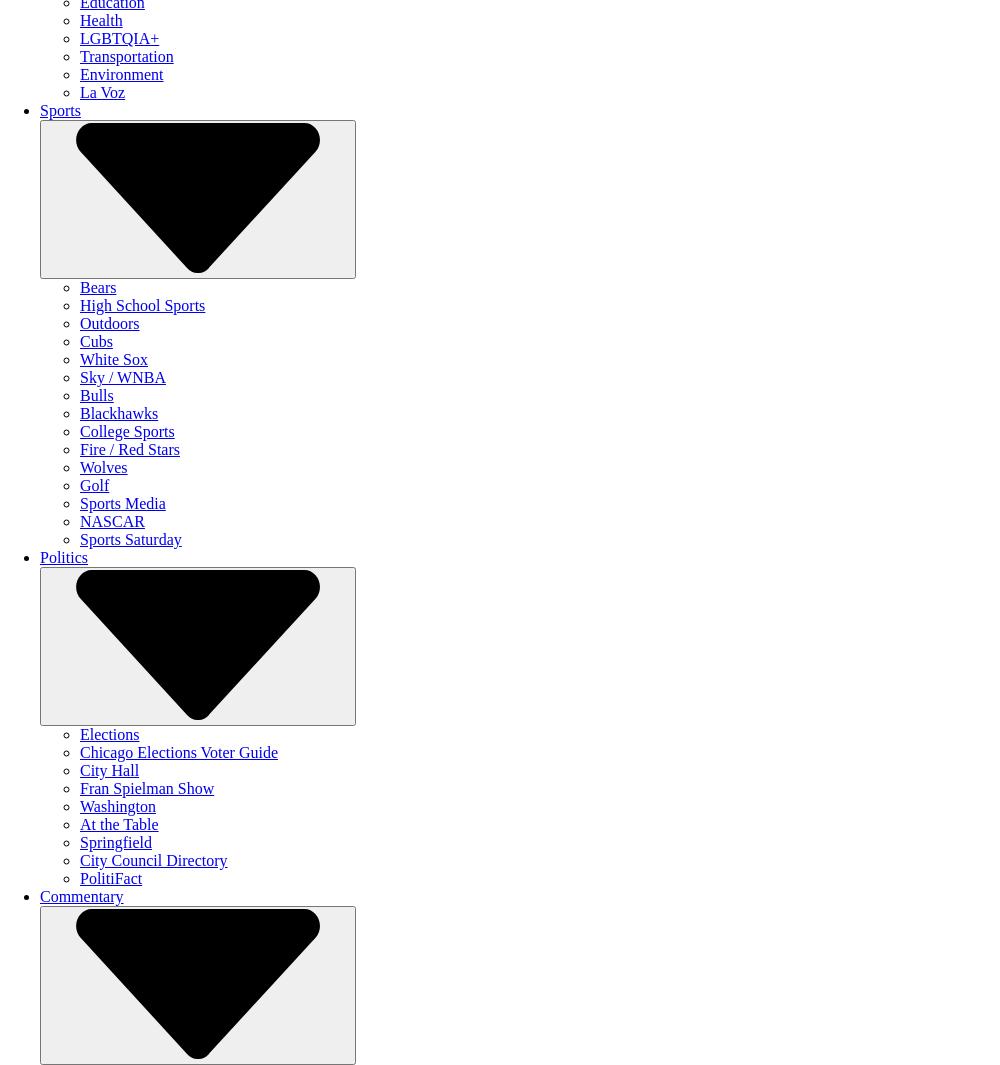 The width and height of the screenshot is (1000, 1065). Describe the element at coordinates (79, 91) in the screenshot. I see `'La Voz'` at that location.